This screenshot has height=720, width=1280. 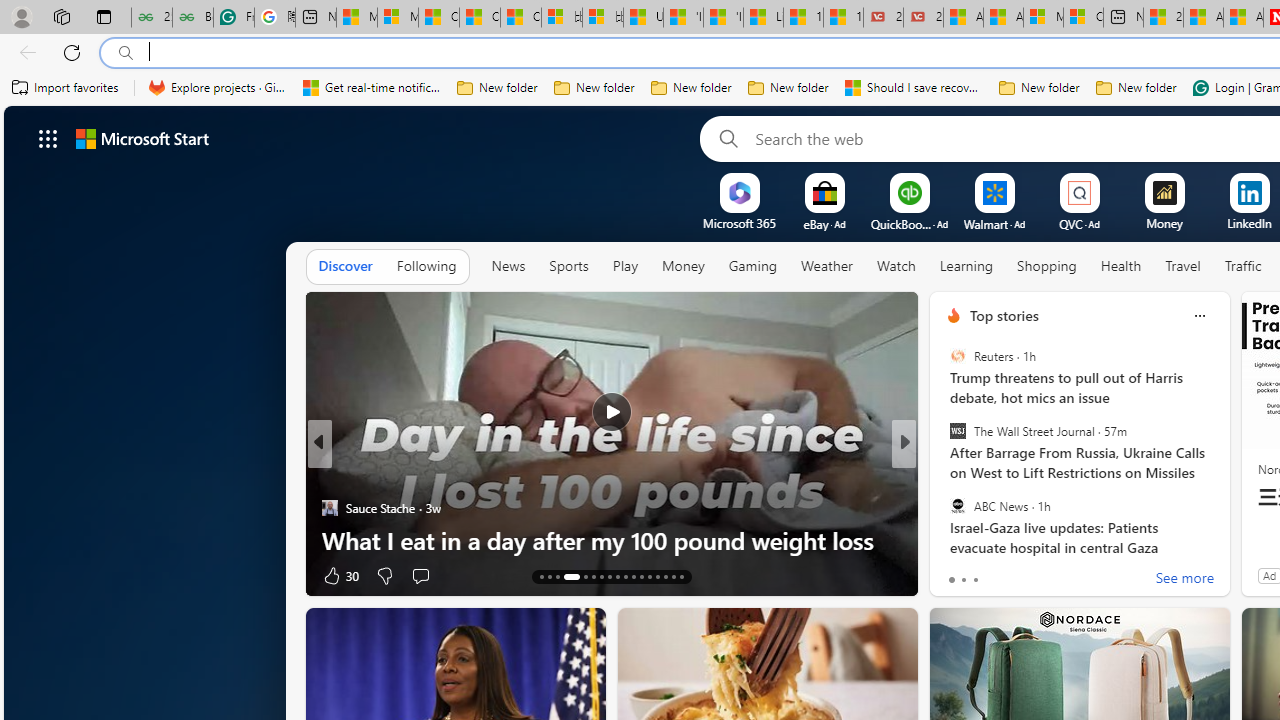 I want to click on 'AutomationID: tab-29', so click(x=681, y=577).